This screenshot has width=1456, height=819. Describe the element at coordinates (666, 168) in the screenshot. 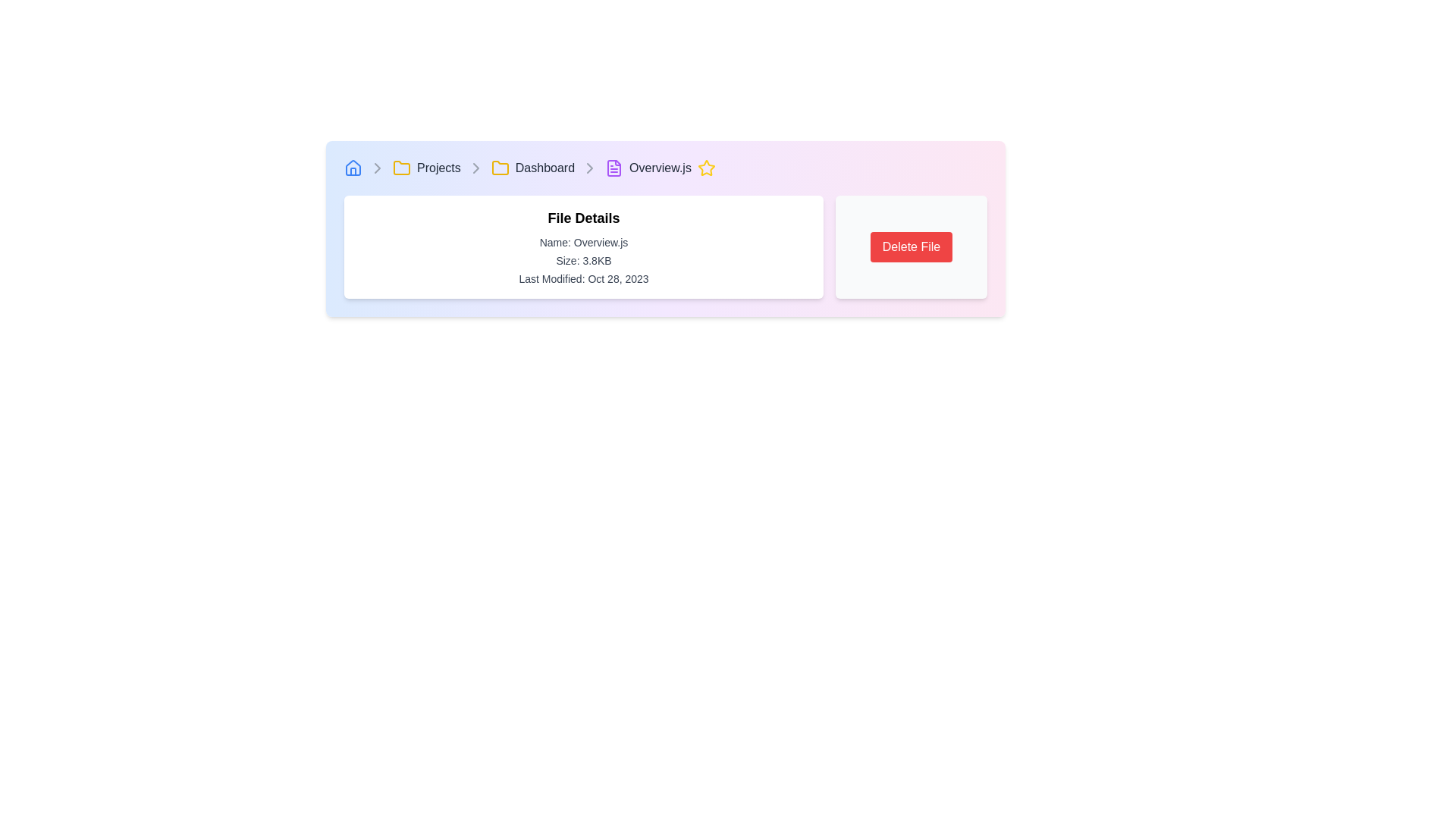

I see `the non-interactive Breadcrumb navigation item located at the top of the page, which indicates the current location in the file system and is the last item in the breadcrumb navigation bar` at that location.